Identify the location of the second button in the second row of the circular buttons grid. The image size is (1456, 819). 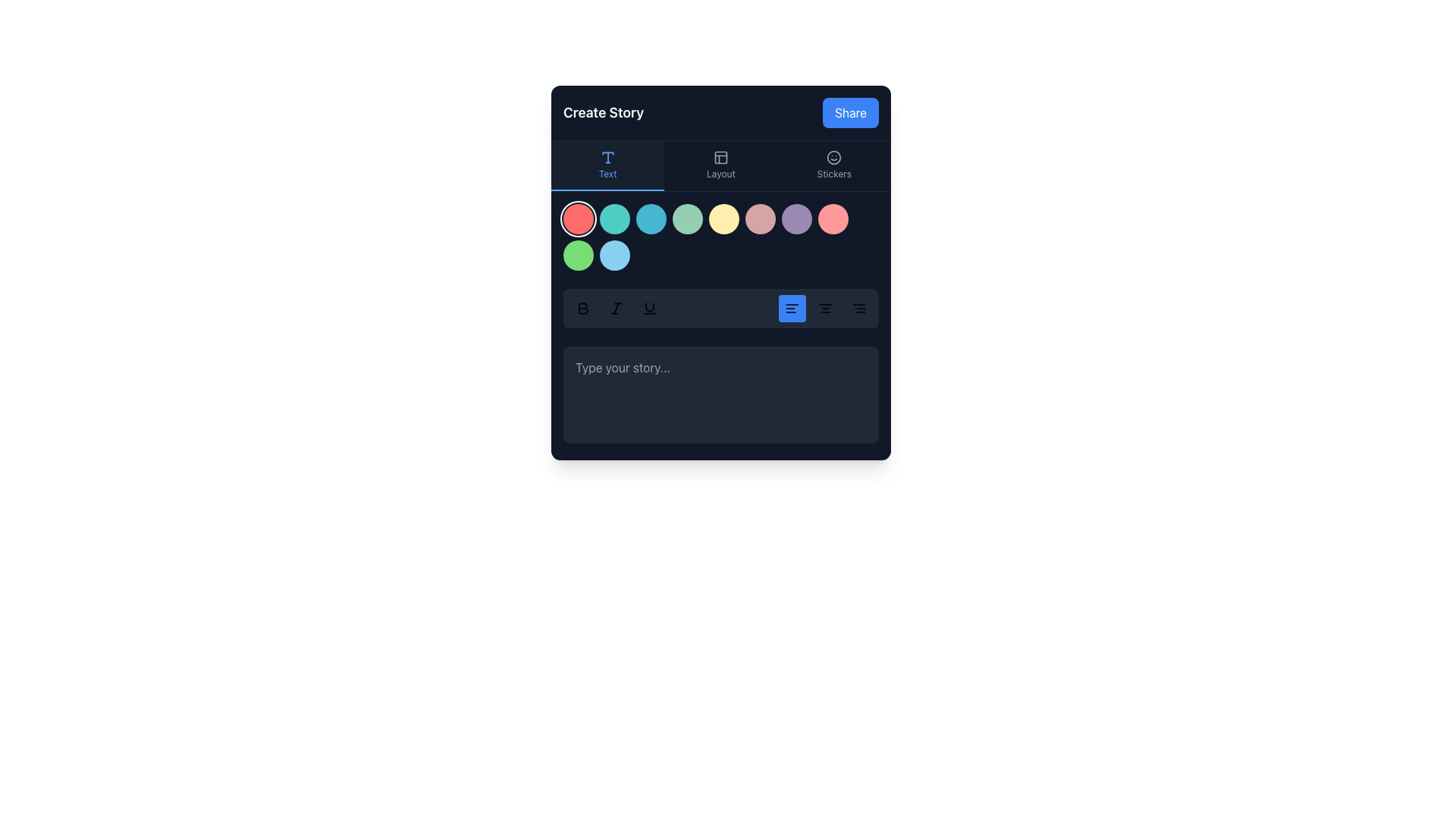
(578, 254).